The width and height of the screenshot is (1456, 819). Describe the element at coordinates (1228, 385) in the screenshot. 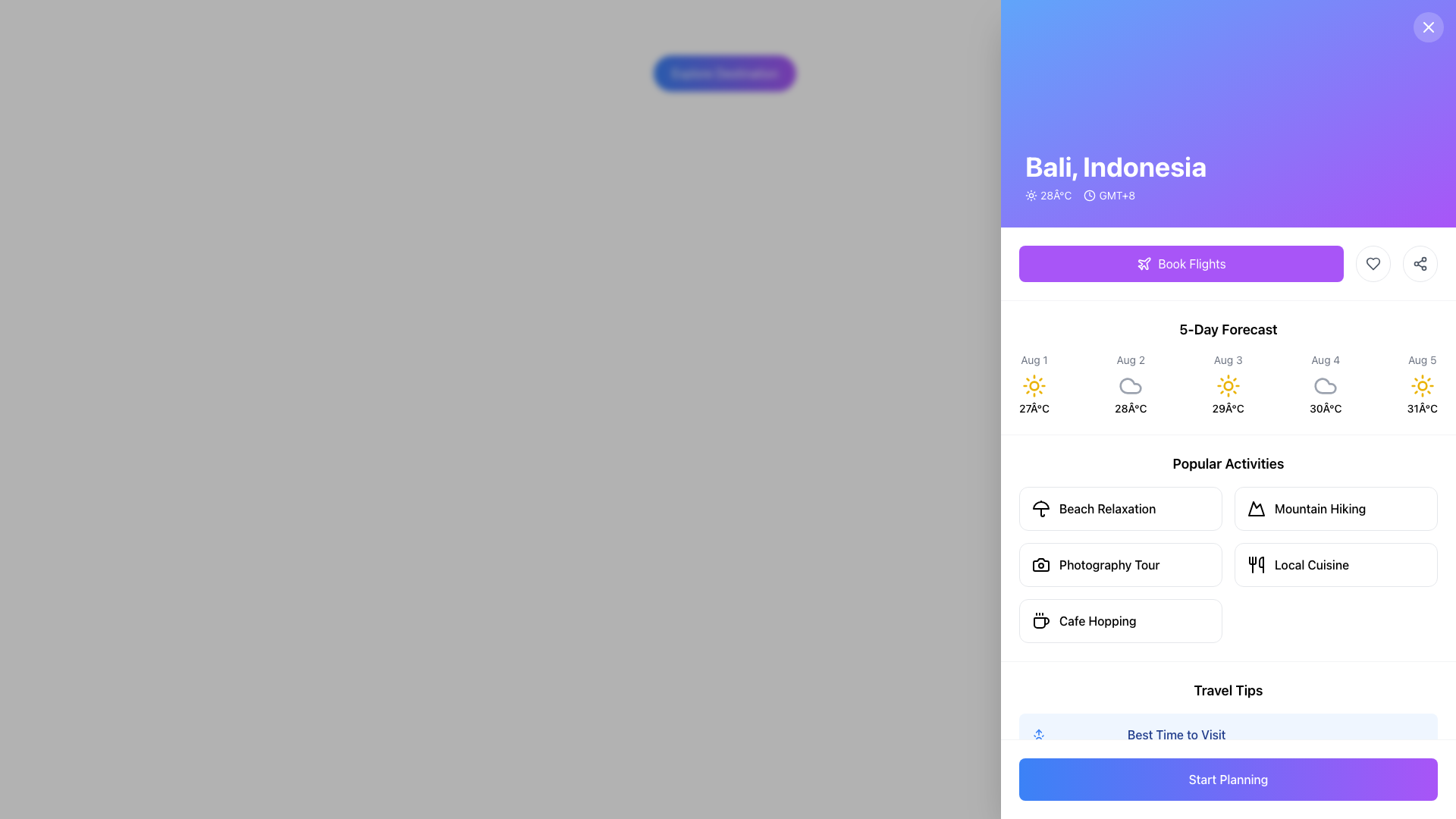

I see `the sun icon representing sunny weather for Aug 3 in the five-day weather forecast section` at that location.